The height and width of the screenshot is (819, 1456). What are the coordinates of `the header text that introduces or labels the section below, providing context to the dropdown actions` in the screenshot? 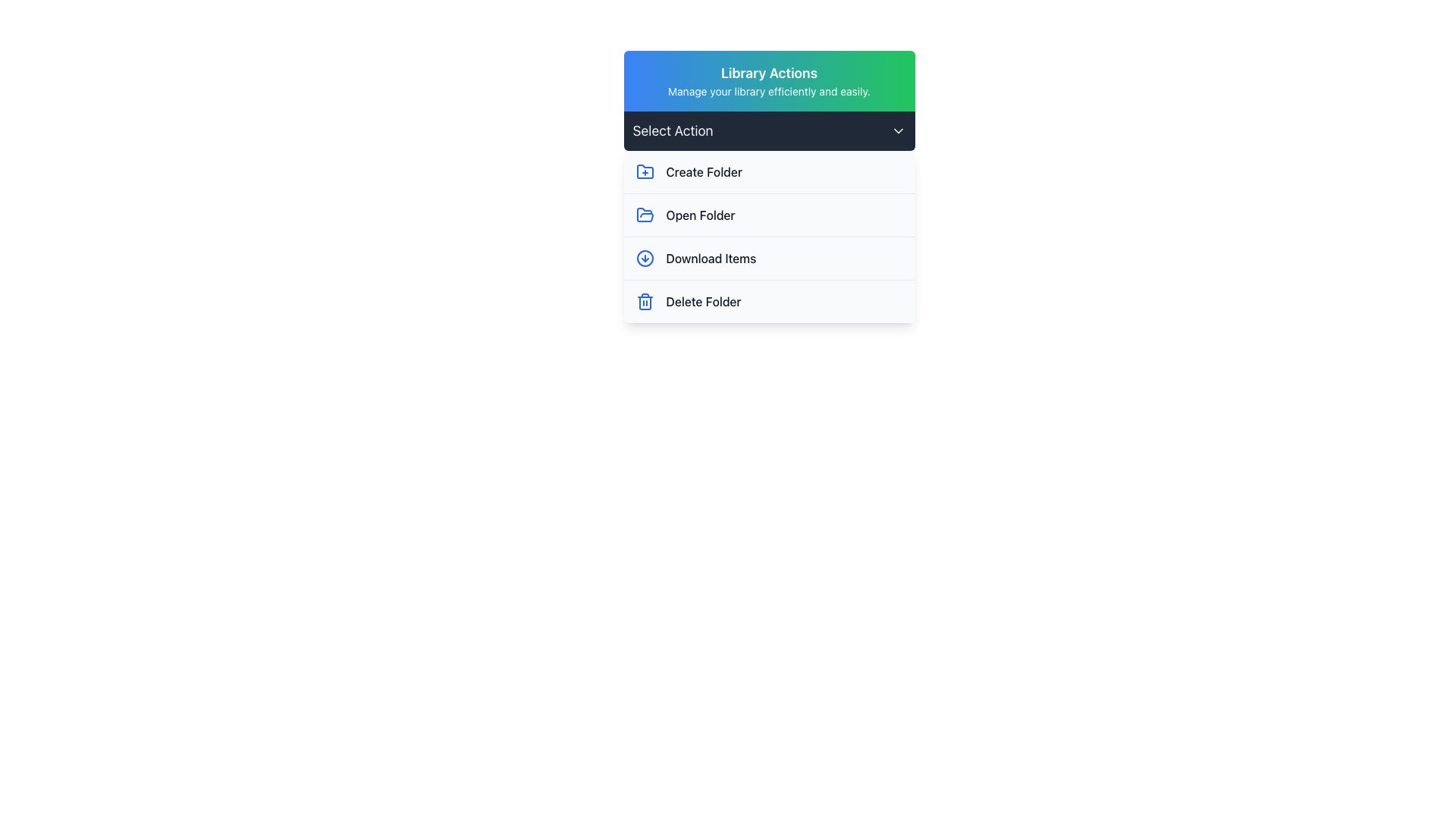 It's located at (769, 73).